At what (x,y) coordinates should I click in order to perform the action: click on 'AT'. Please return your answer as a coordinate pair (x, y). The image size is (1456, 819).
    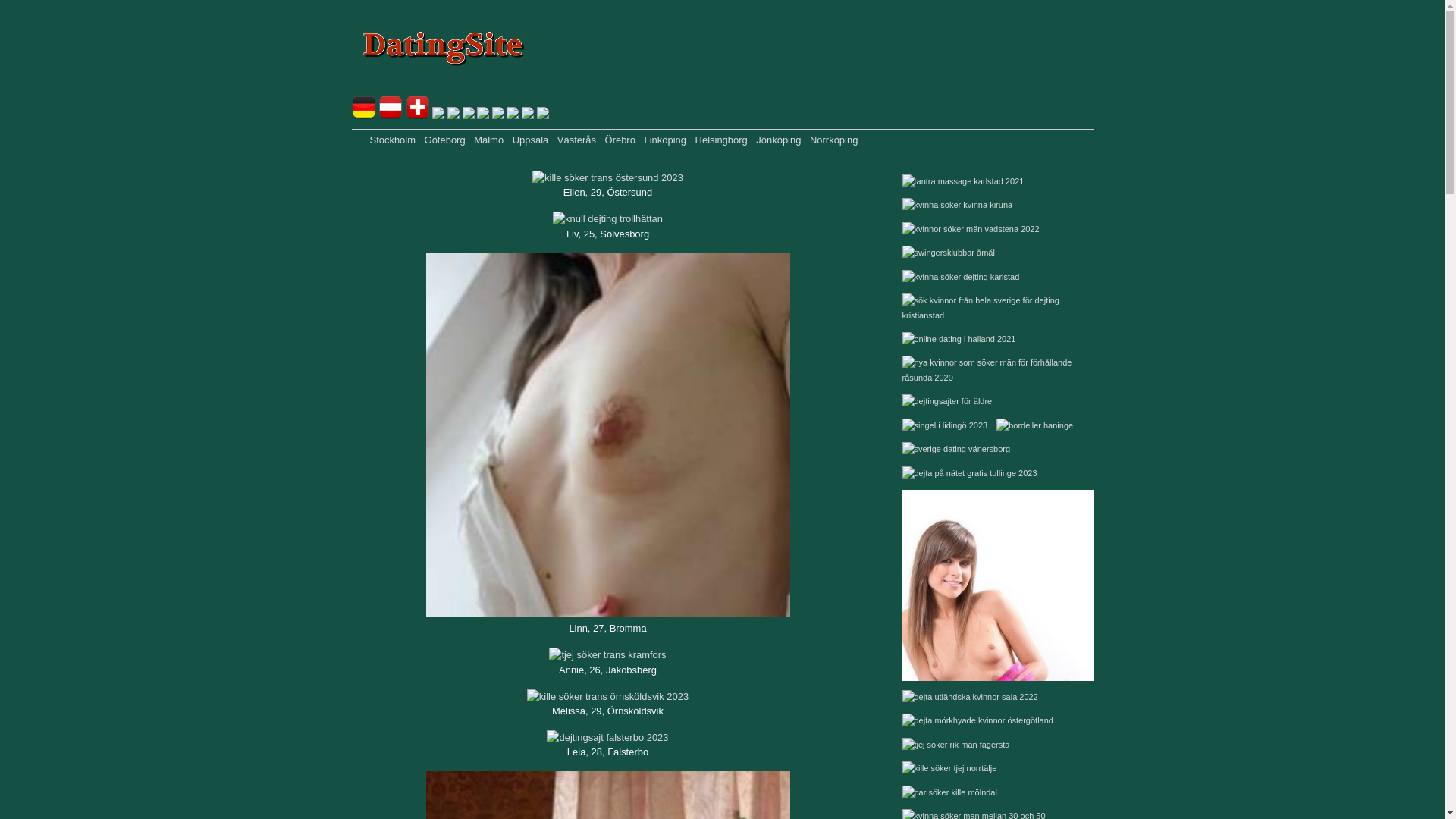
    Looking at the image, I should click on (390, 115).